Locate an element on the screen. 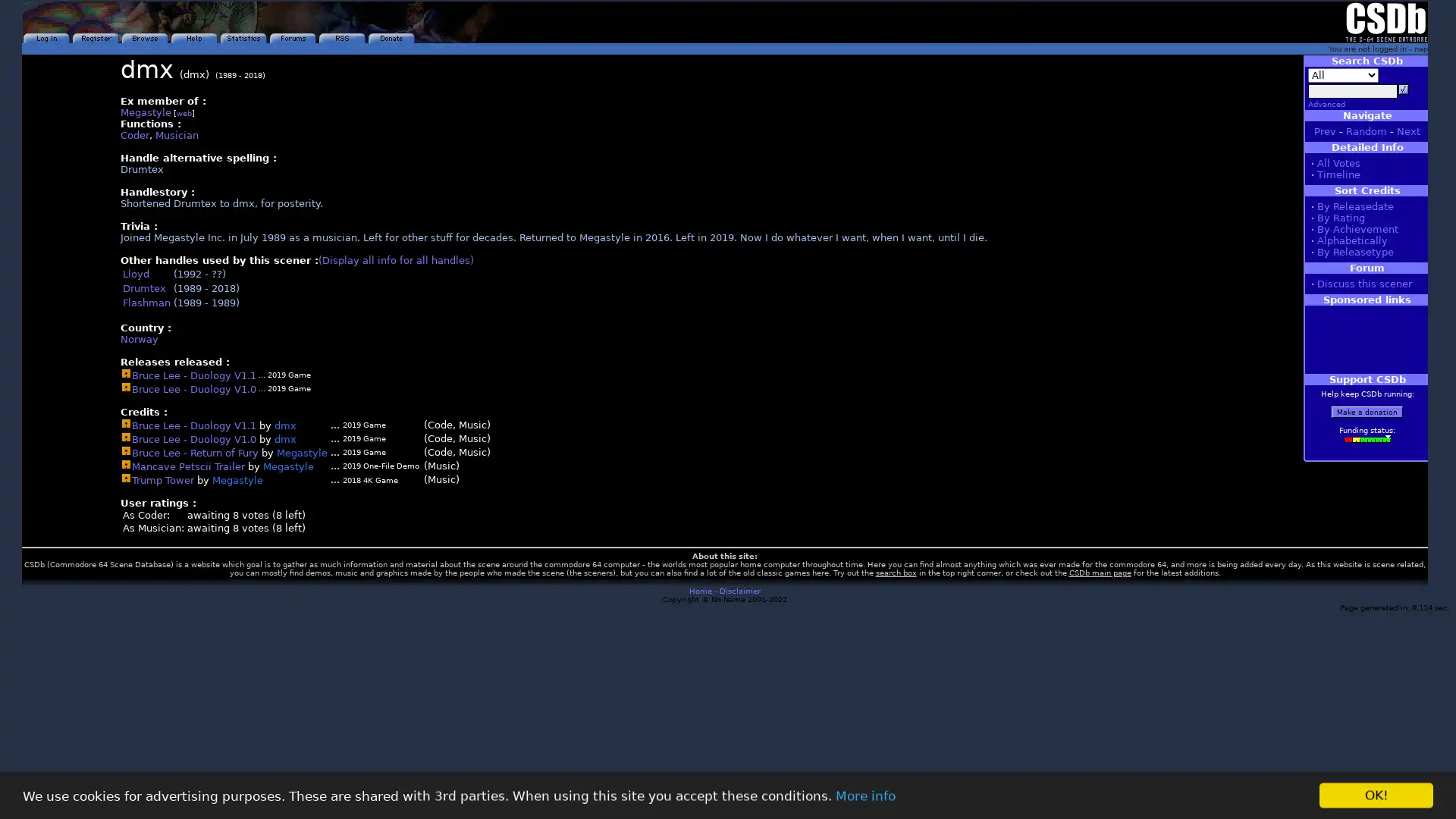 The height and width of the screenshot is (819, 1456). Go is located at coordinates (1403, 89).